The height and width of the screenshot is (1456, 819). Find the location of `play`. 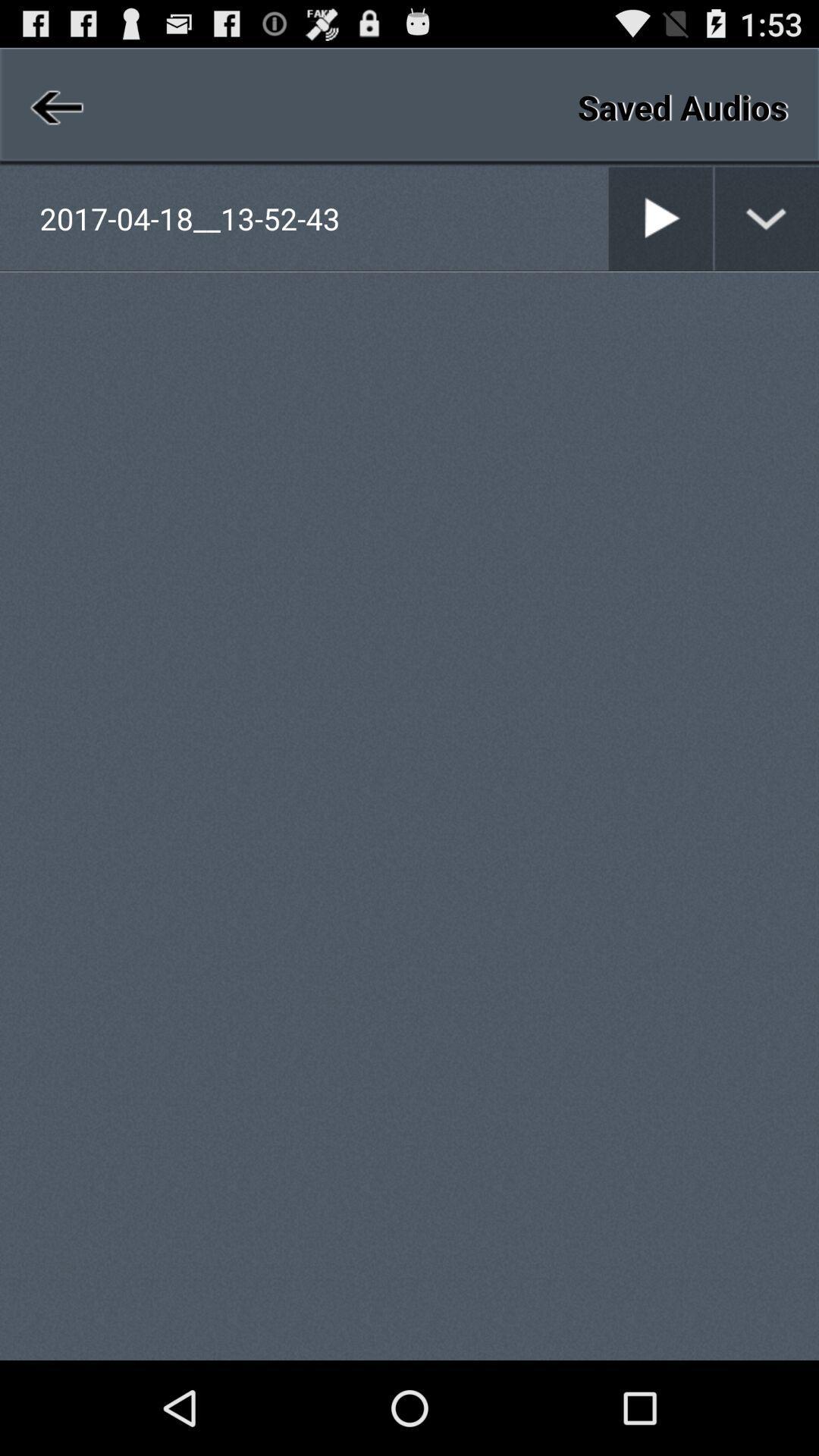

play is located at coordinates (660, 218).